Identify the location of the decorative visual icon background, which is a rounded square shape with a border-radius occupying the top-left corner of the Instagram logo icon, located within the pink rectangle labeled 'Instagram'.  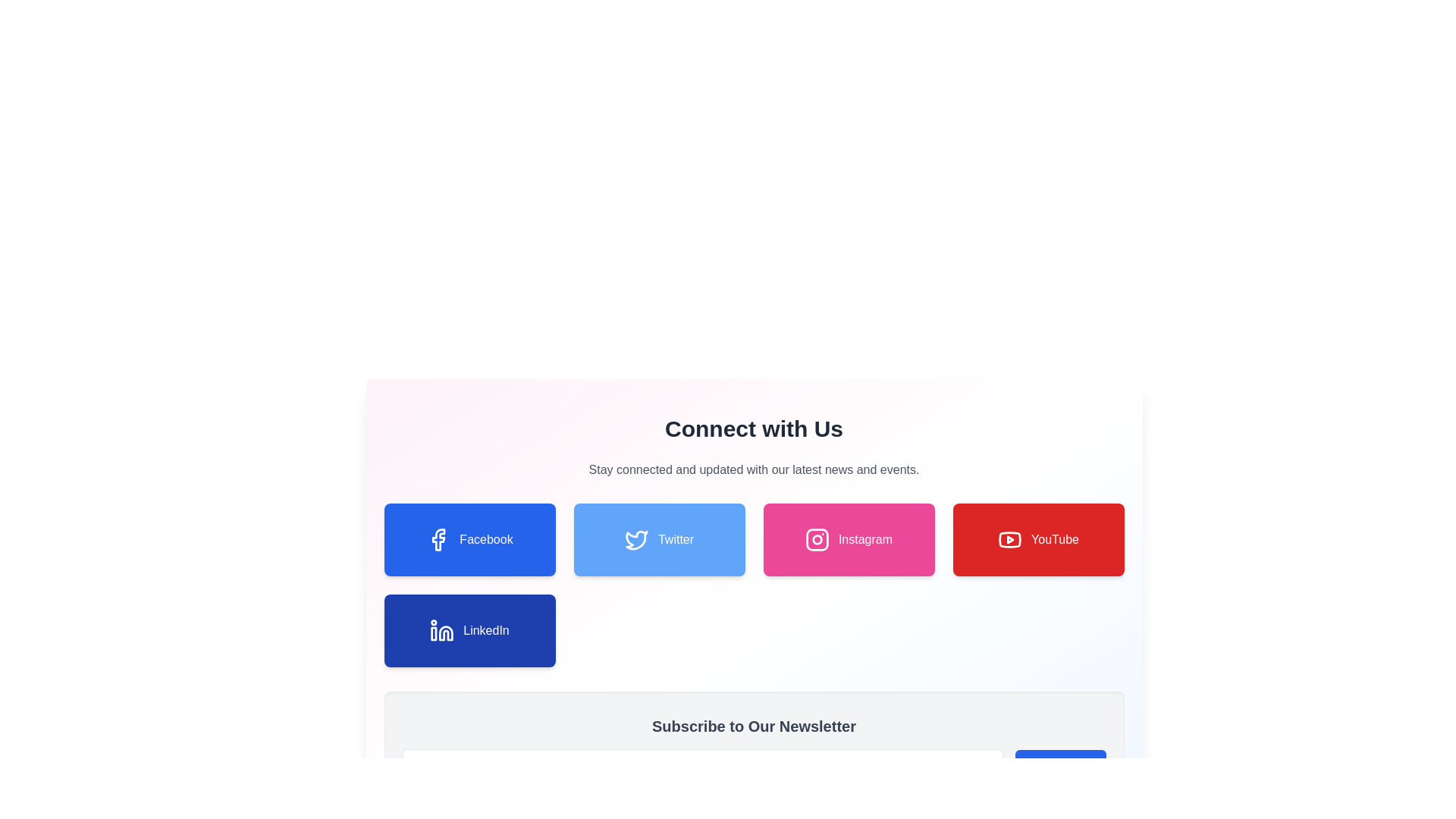
(816, 539).